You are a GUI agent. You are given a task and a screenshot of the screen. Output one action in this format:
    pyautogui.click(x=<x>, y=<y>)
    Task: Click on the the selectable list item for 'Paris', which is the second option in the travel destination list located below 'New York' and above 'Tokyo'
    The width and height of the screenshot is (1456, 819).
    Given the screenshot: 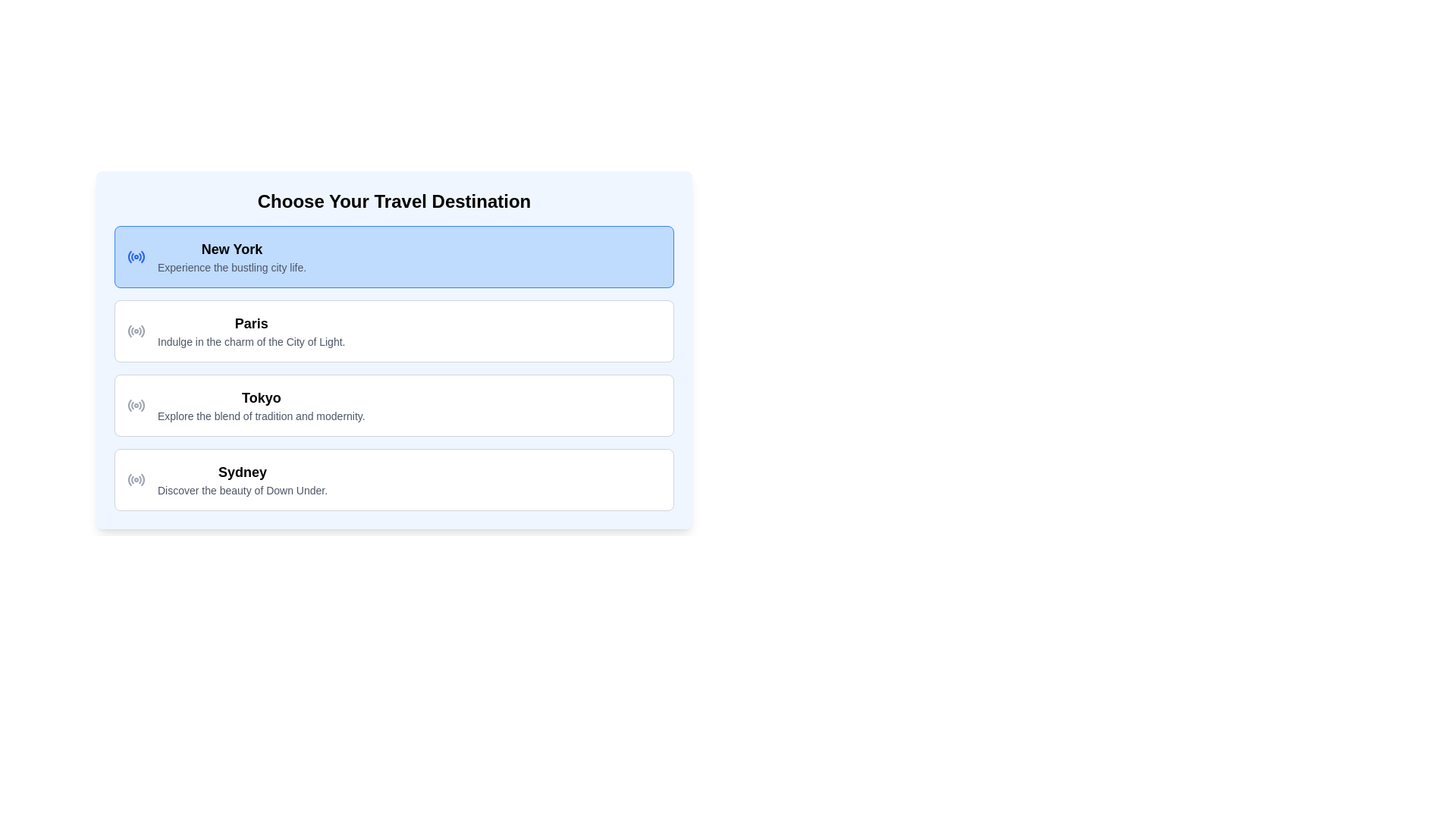 What is the action you would take?
    pyautogui.click(x=394, y=330)
    